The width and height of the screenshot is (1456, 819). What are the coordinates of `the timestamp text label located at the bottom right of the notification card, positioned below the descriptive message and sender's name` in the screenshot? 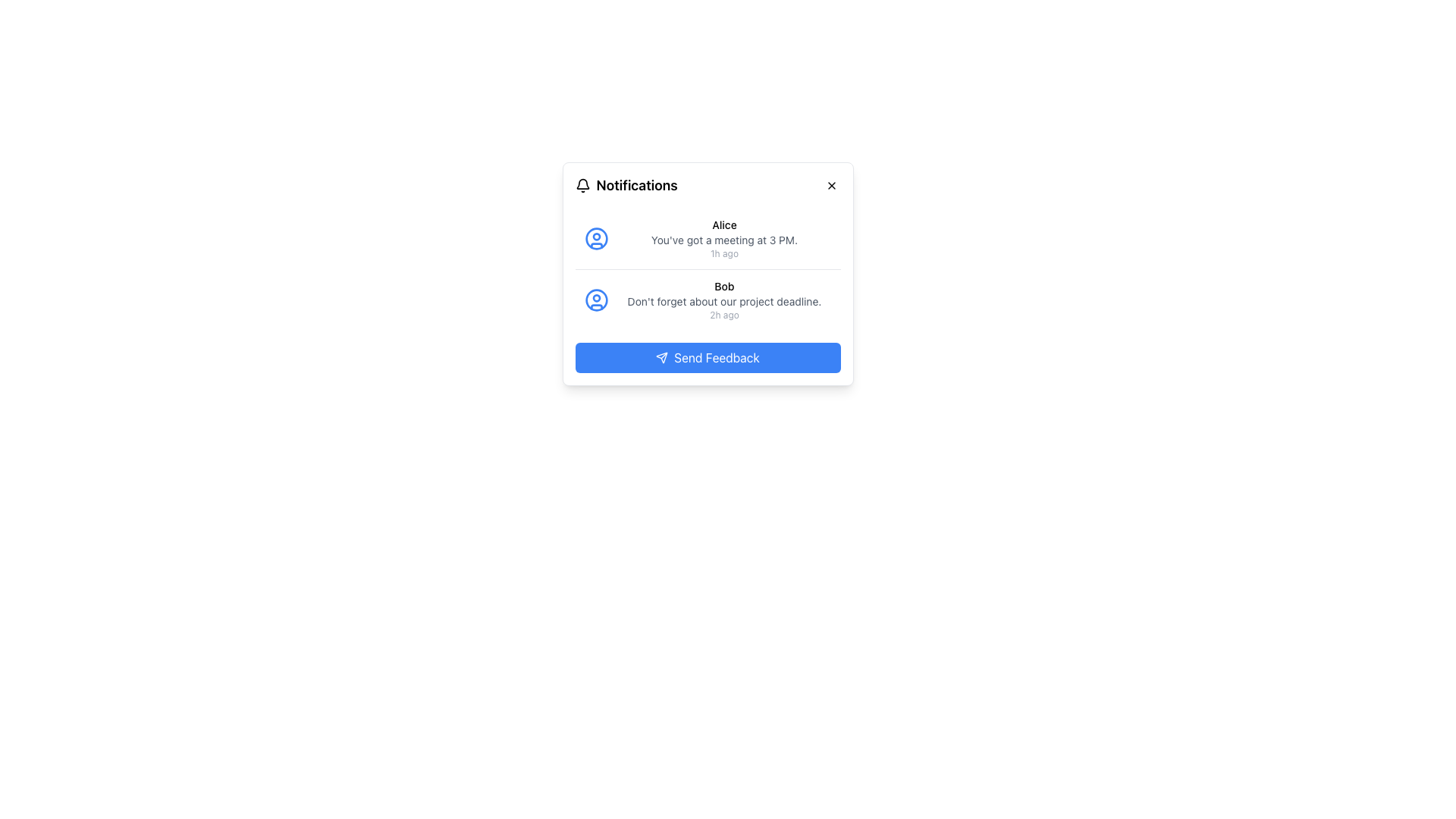 It's located at (723, 253).